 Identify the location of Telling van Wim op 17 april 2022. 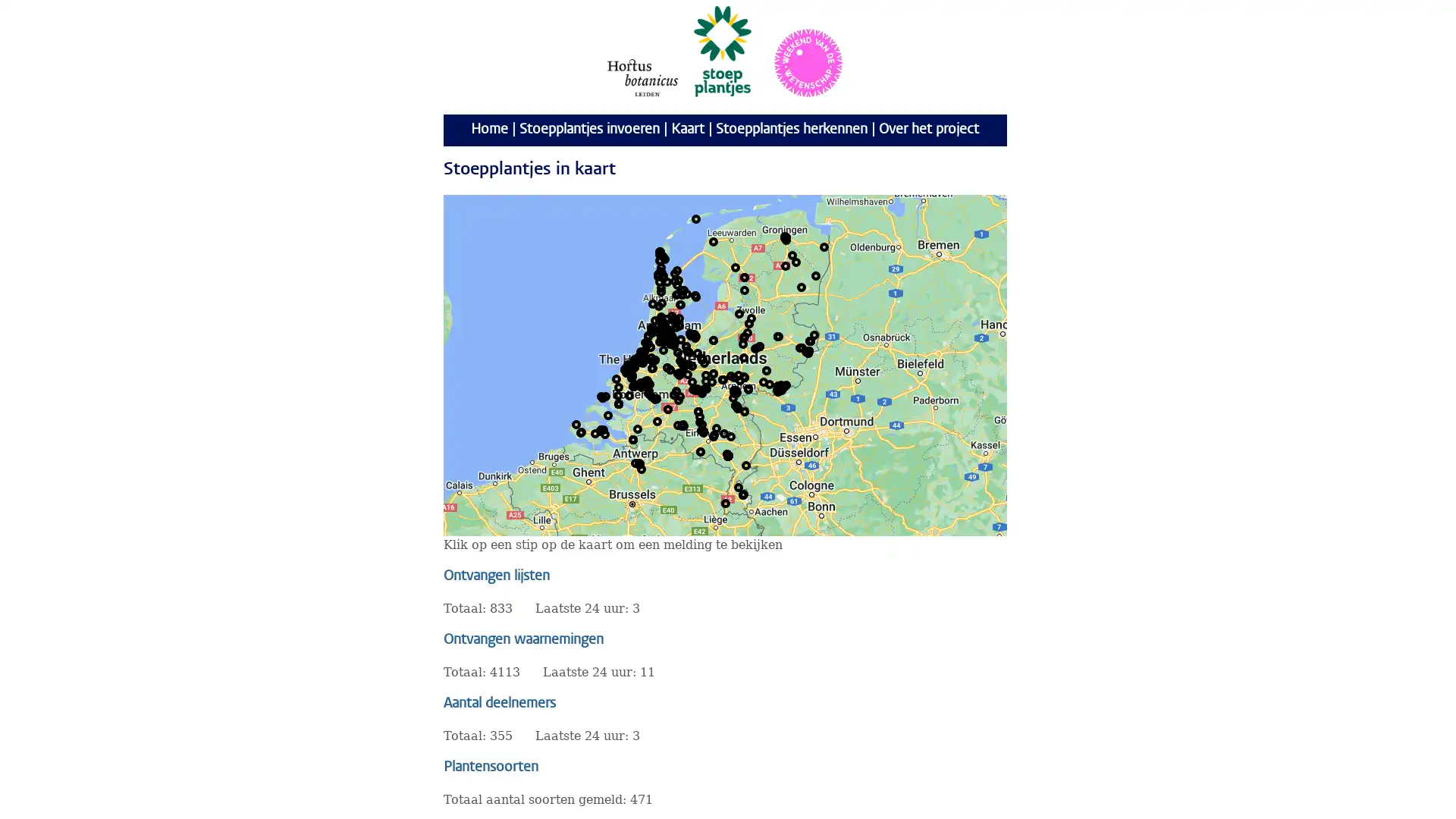
(604, 394).